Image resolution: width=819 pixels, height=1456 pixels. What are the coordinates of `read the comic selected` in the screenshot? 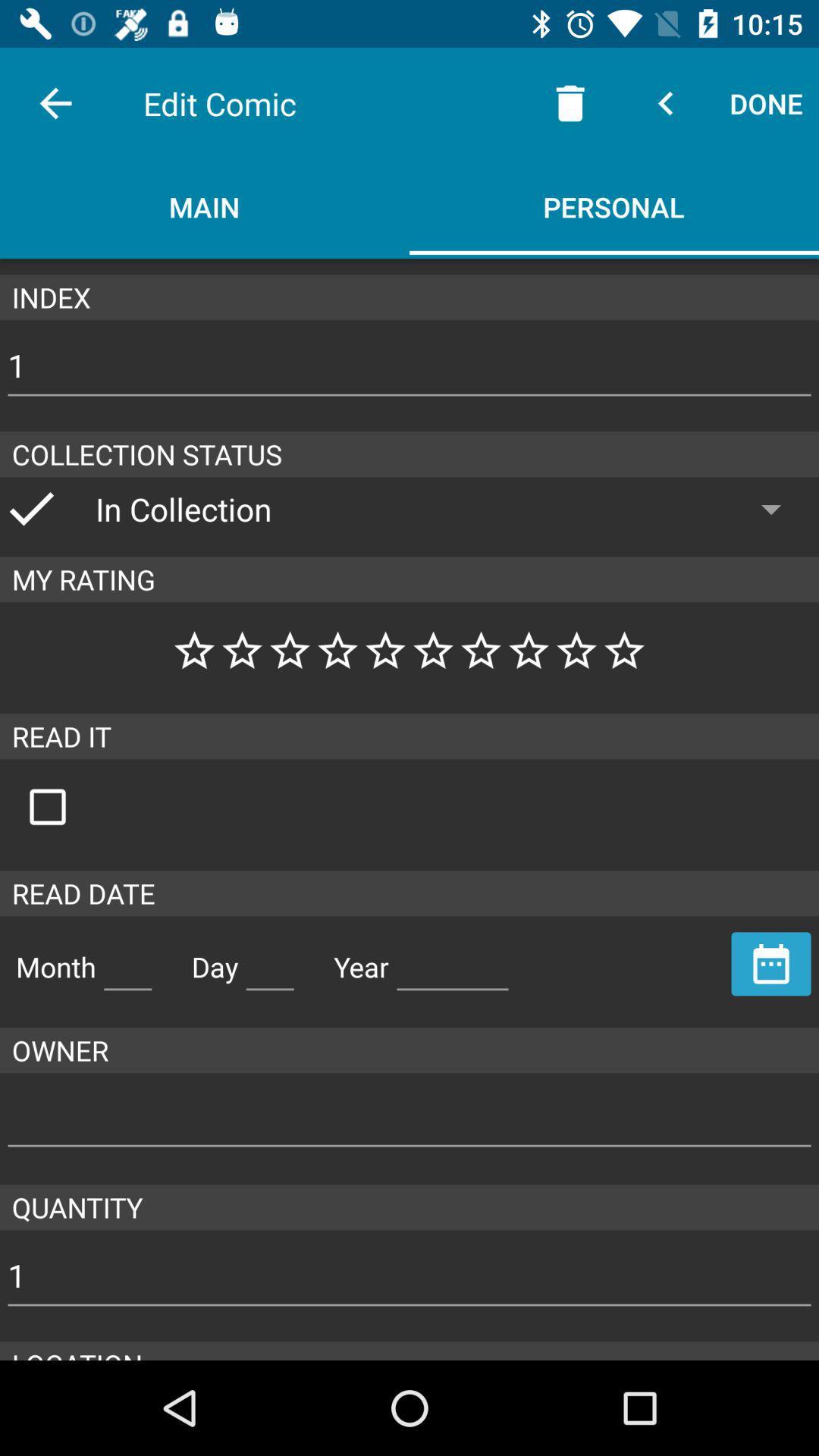 It's located at (63, 806).